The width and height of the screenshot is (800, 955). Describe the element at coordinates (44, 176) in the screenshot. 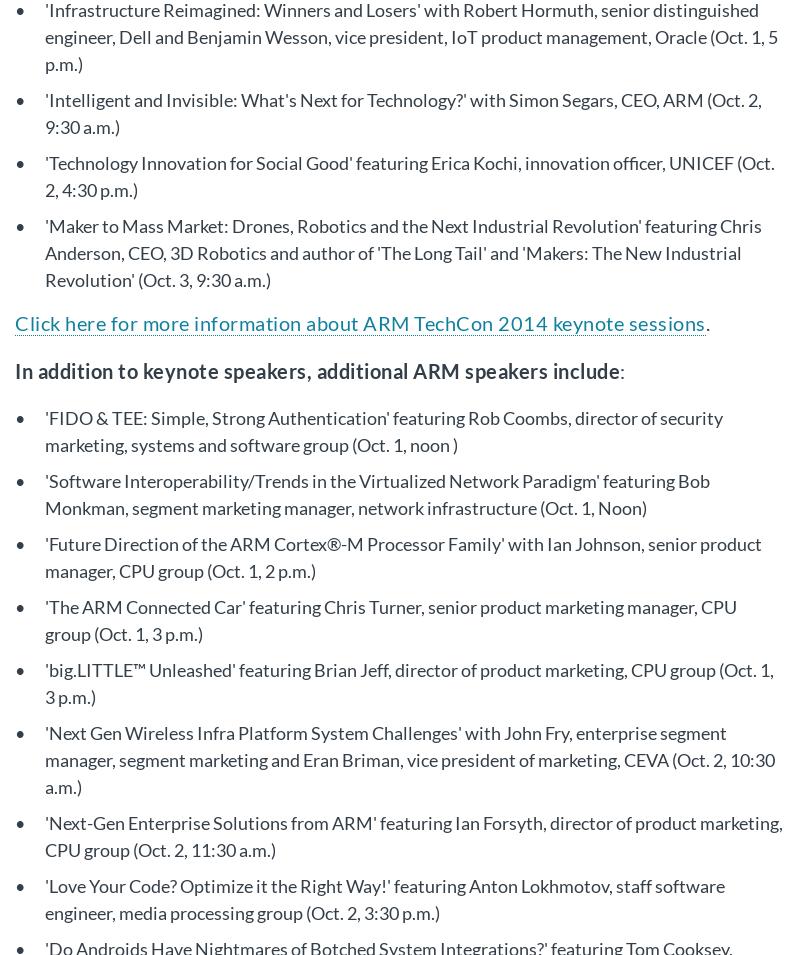

I see `''Technology Innovation for Social Good' featuring Erica Kochi, innovation officer, UNICEF (Oct. 2, 4:30 p.m.)'` at that location.